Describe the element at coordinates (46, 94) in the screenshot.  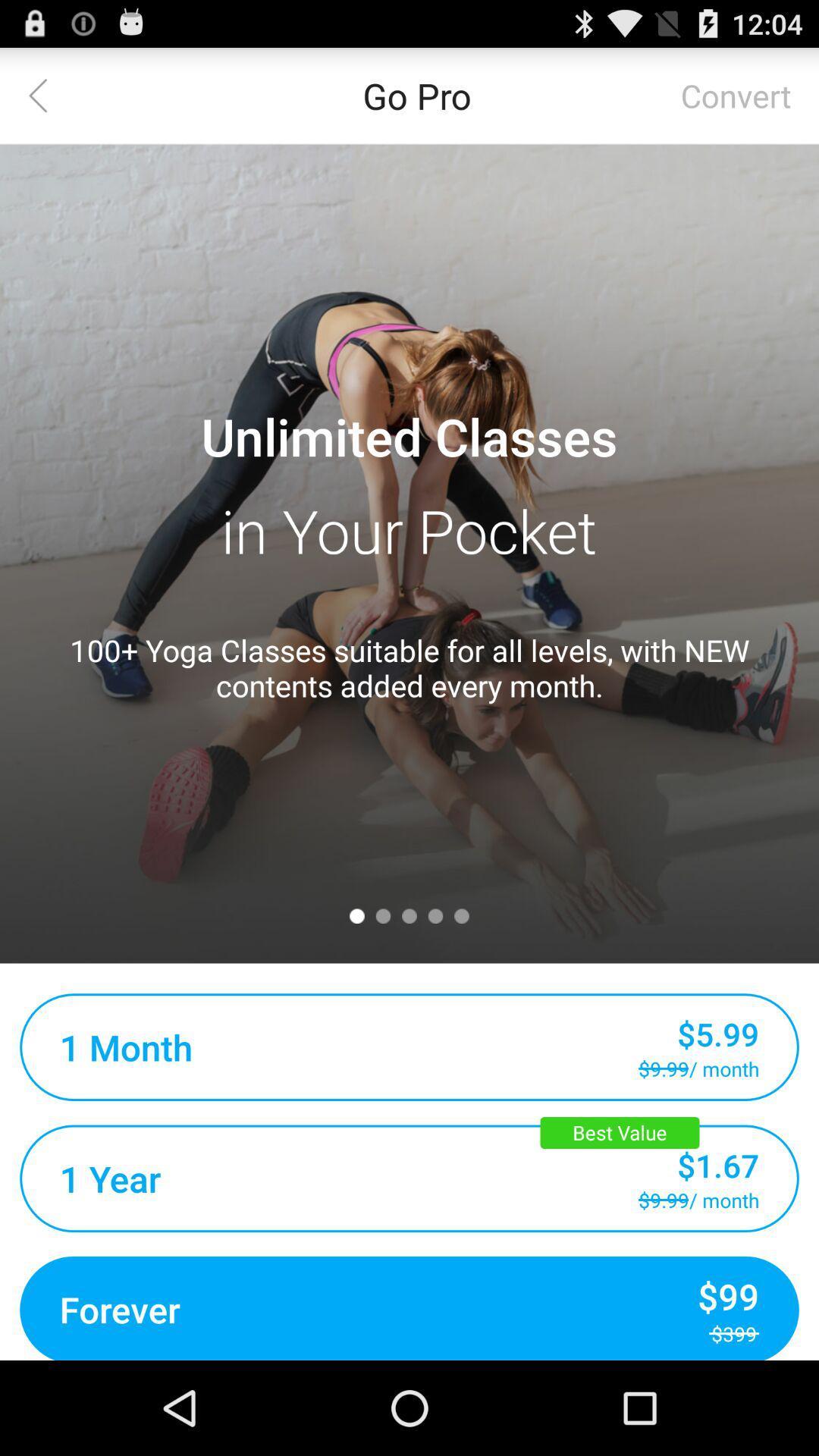
I see `the item to the left of go pro item` at that location.